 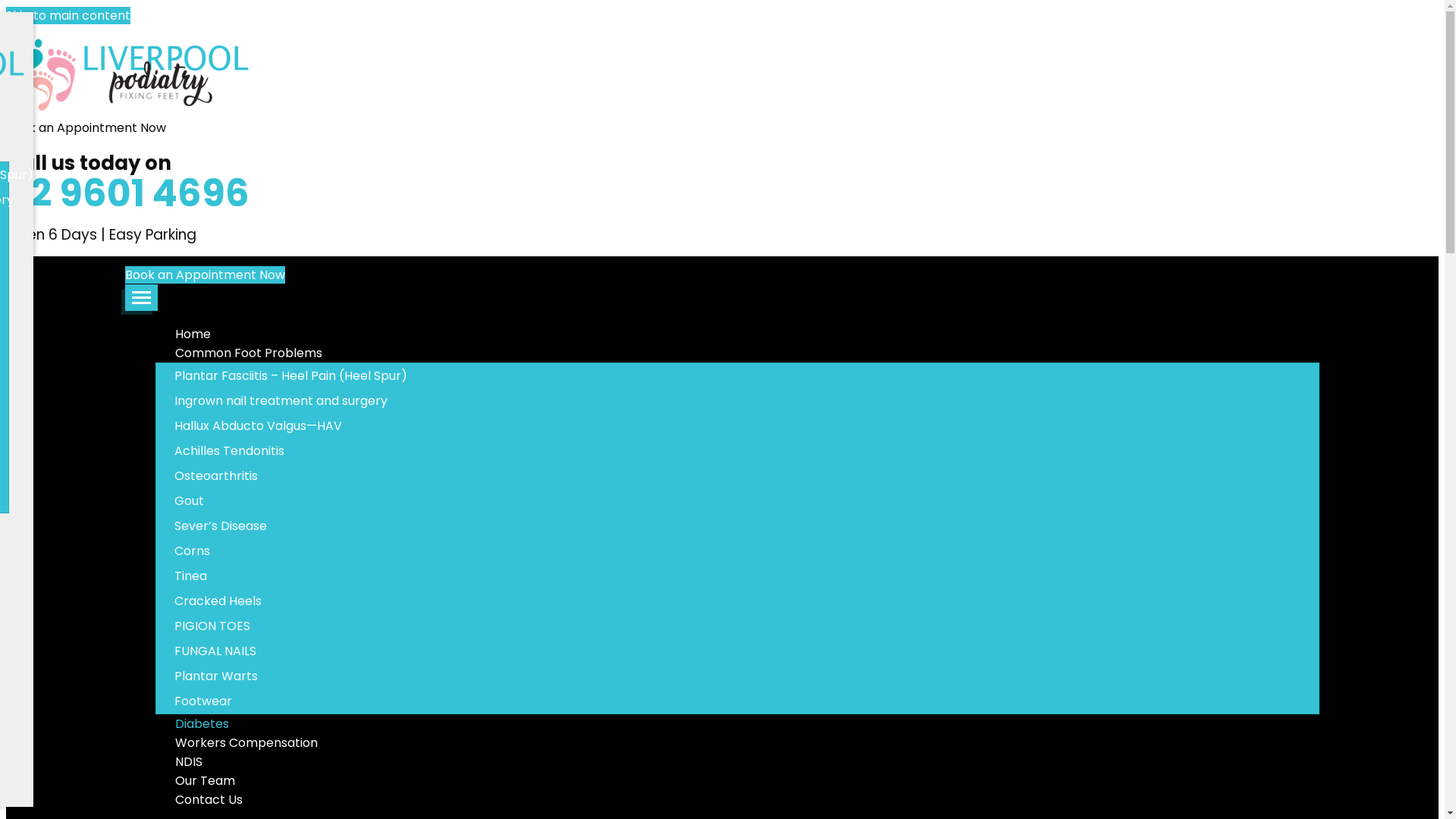 What do you see at coordinates (192, 333) in the screenshot?
I see `'Home'` at bounding box center [192, 333].